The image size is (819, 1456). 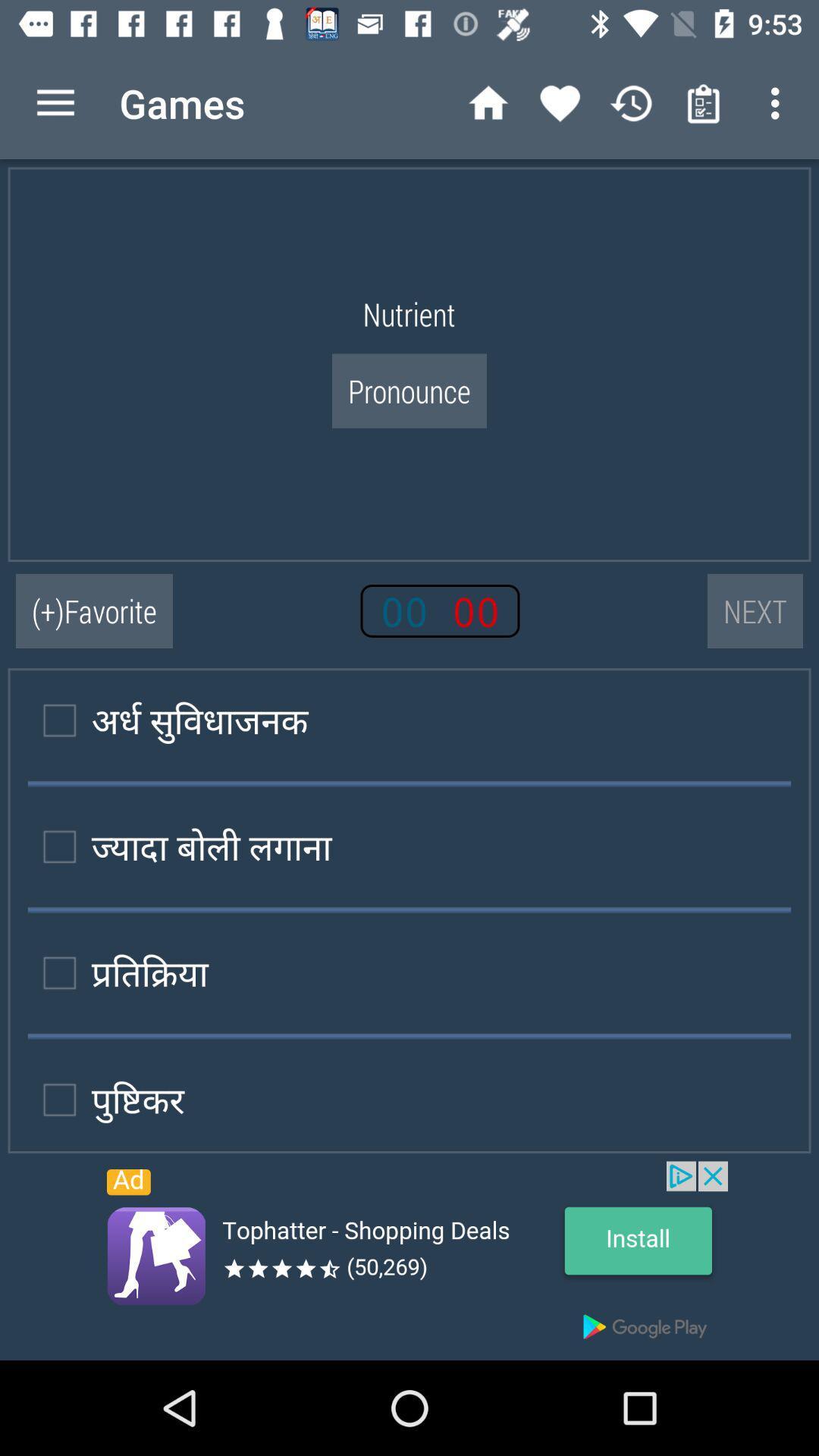 I want to click on advertisement website, so click(x=409, y=1260).